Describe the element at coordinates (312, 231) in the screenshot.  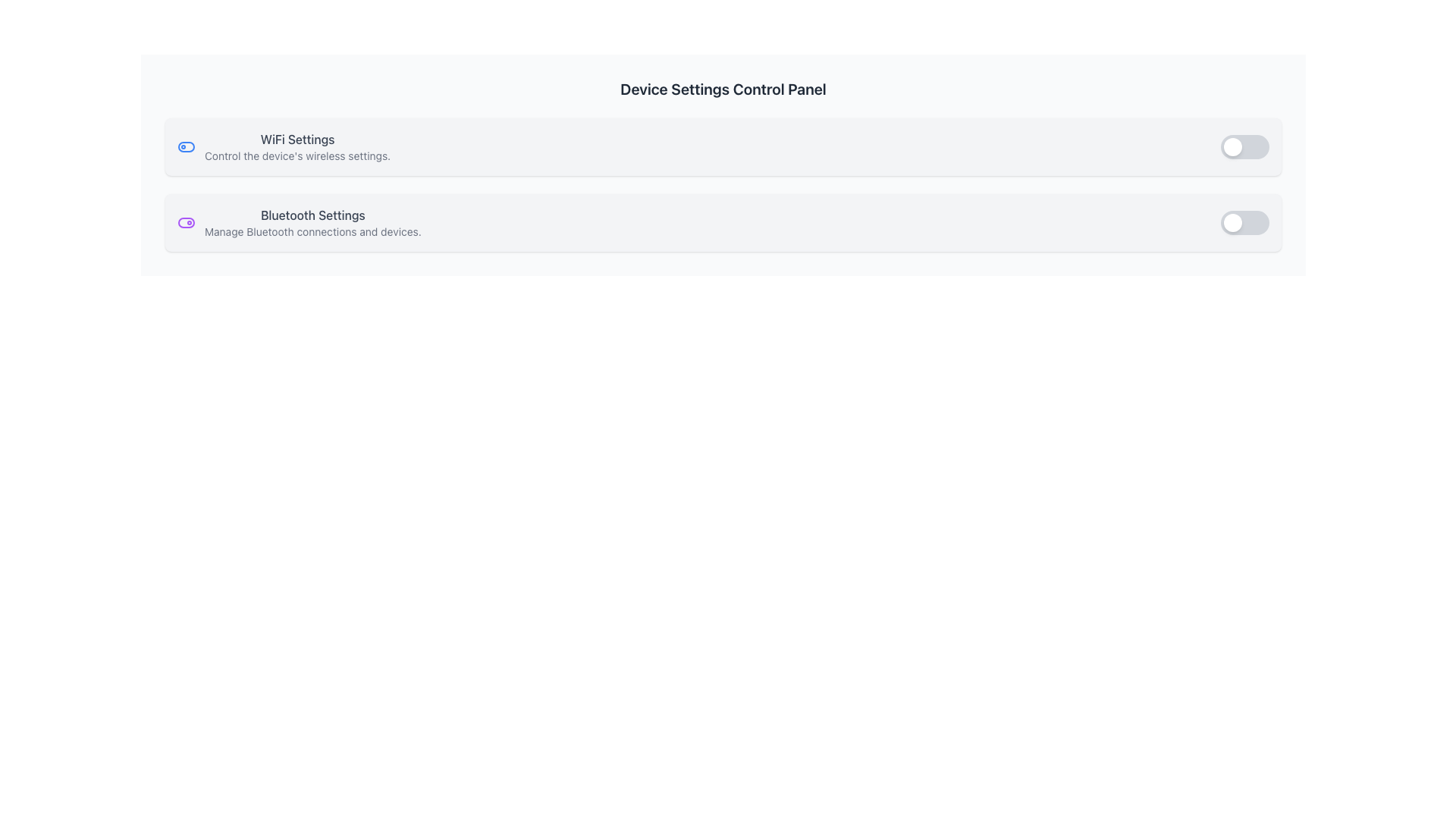
I see `the static text label that reads 'Manage Bluetooth connections and devices.', which is located directly below the 'Bluetooth Settings' heading and styled in a smaller gray font` at that location.